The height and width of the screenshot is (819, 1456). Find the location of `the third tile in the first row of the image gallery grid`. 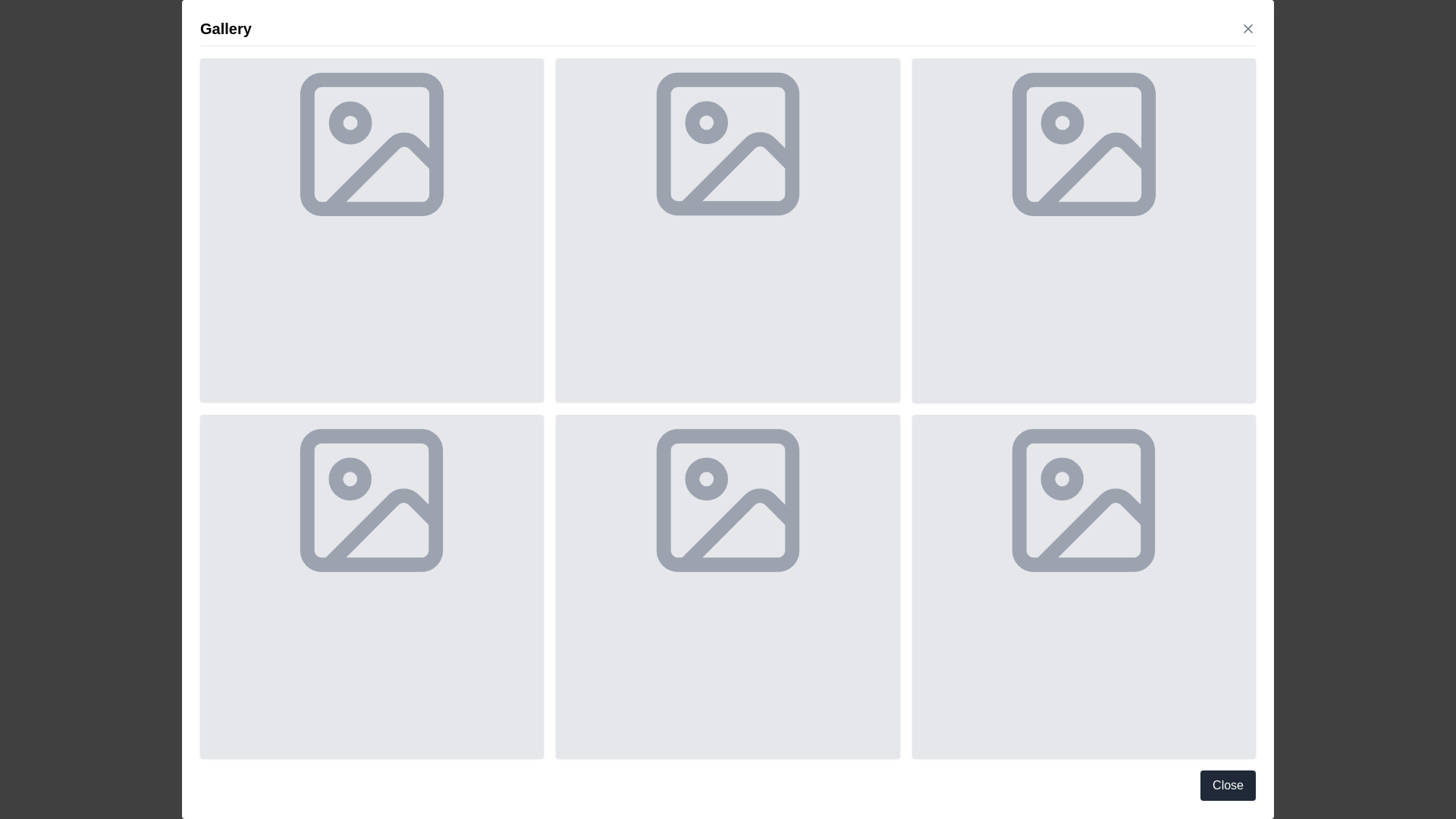

the third tile in the first row of the image gallery grid is located at coordinates (1083, 230).